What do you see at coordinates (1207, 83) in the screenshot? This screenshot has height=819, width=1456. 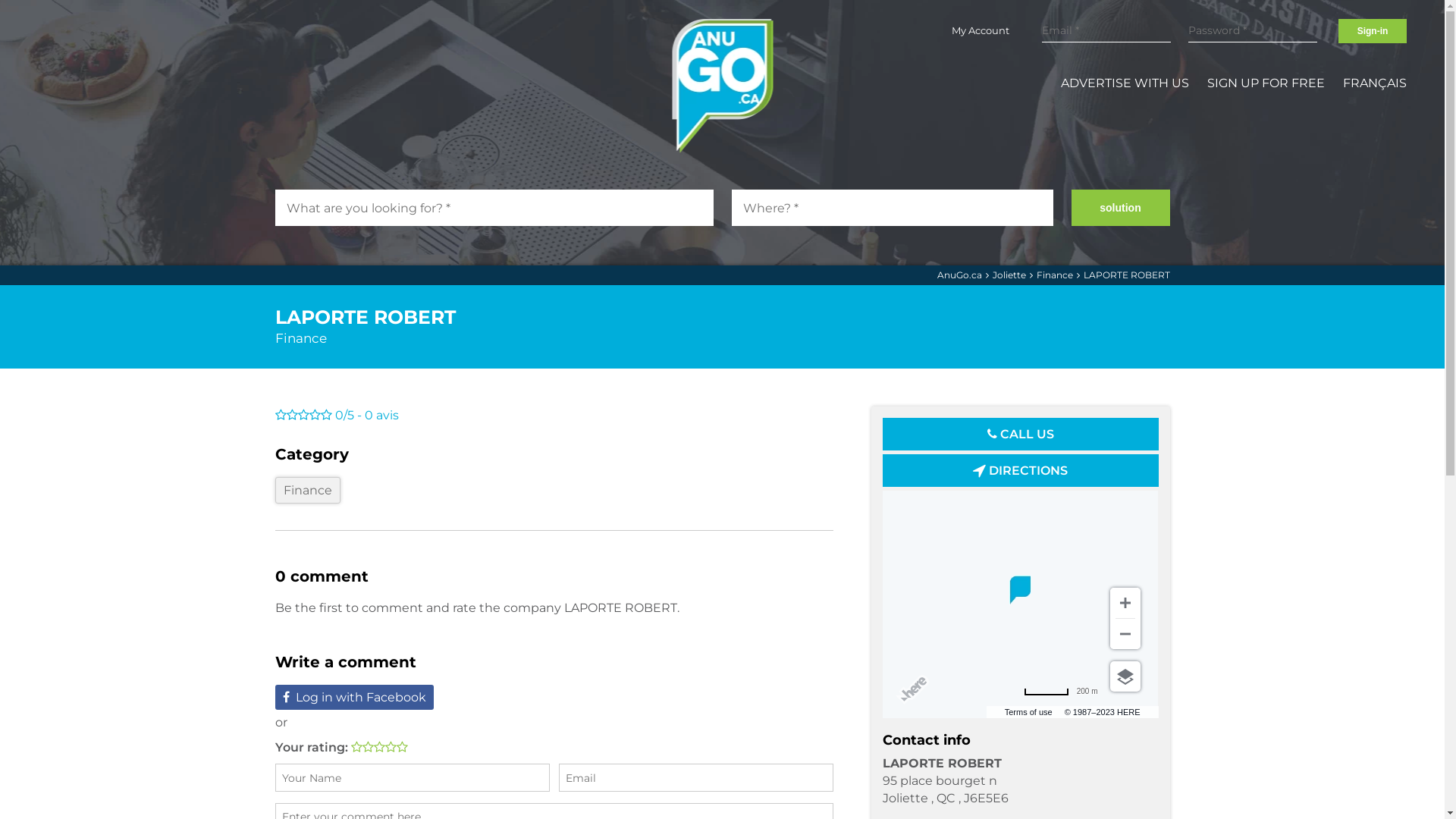 I see `'SIGN UP FOR FREE'` at bounding box center [1207, 83].